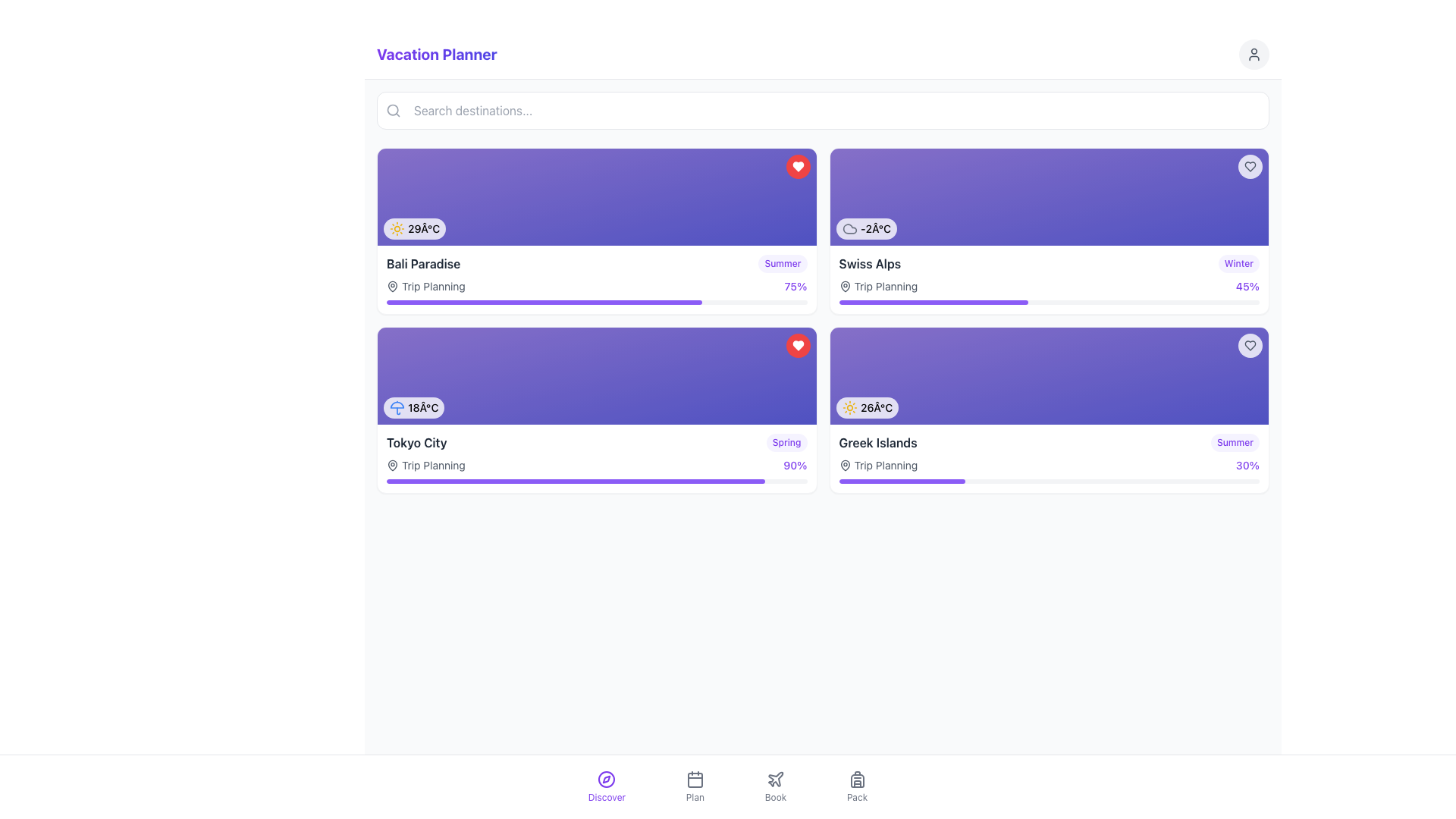  I want to click on the 'Discover' button located in the bottom navigation bar, which is the first button from the left, so click(607, 786).